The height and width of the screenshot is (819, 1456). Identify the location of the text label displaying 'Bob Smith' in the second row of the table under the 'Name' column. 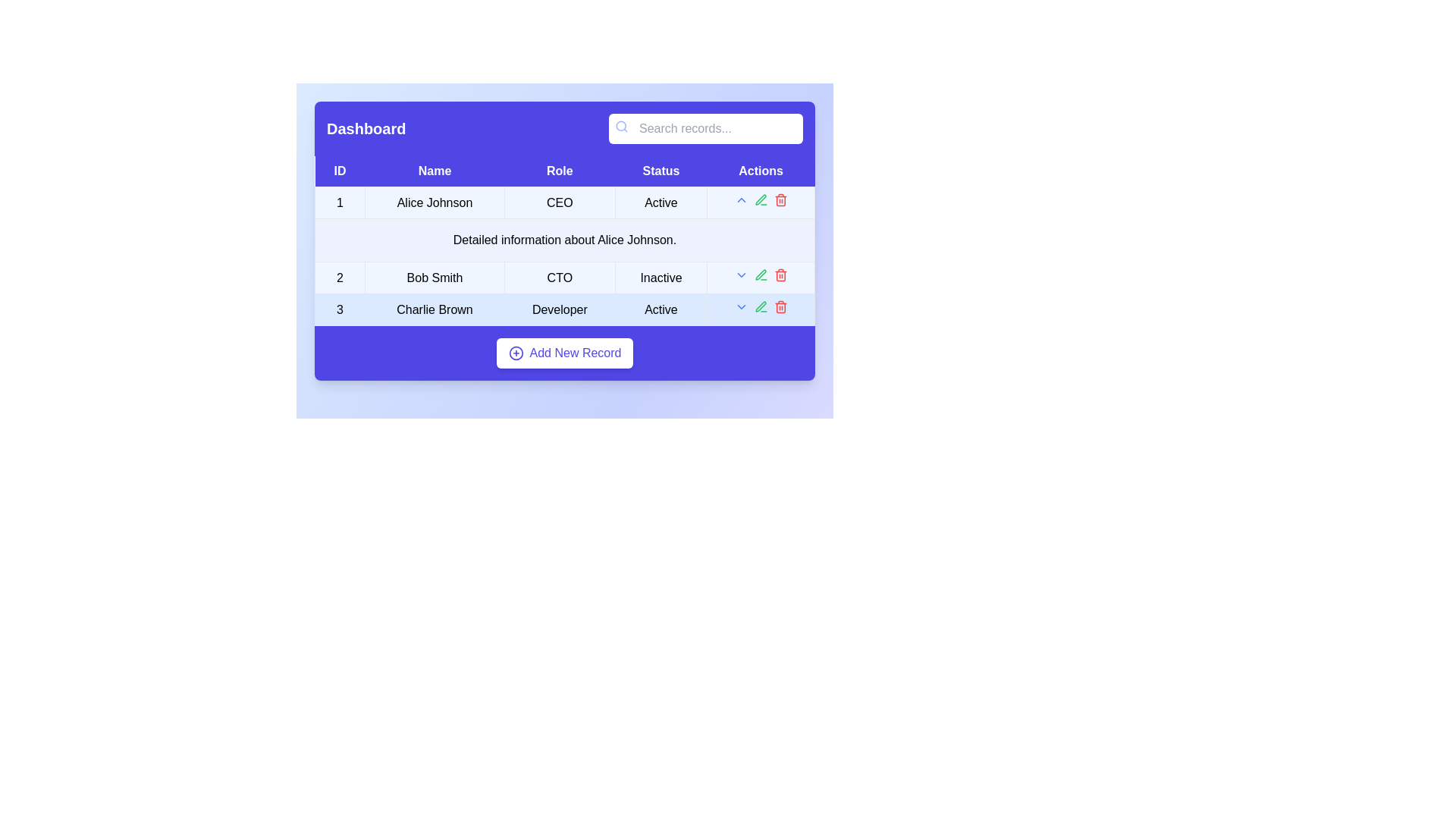
(434, 278).